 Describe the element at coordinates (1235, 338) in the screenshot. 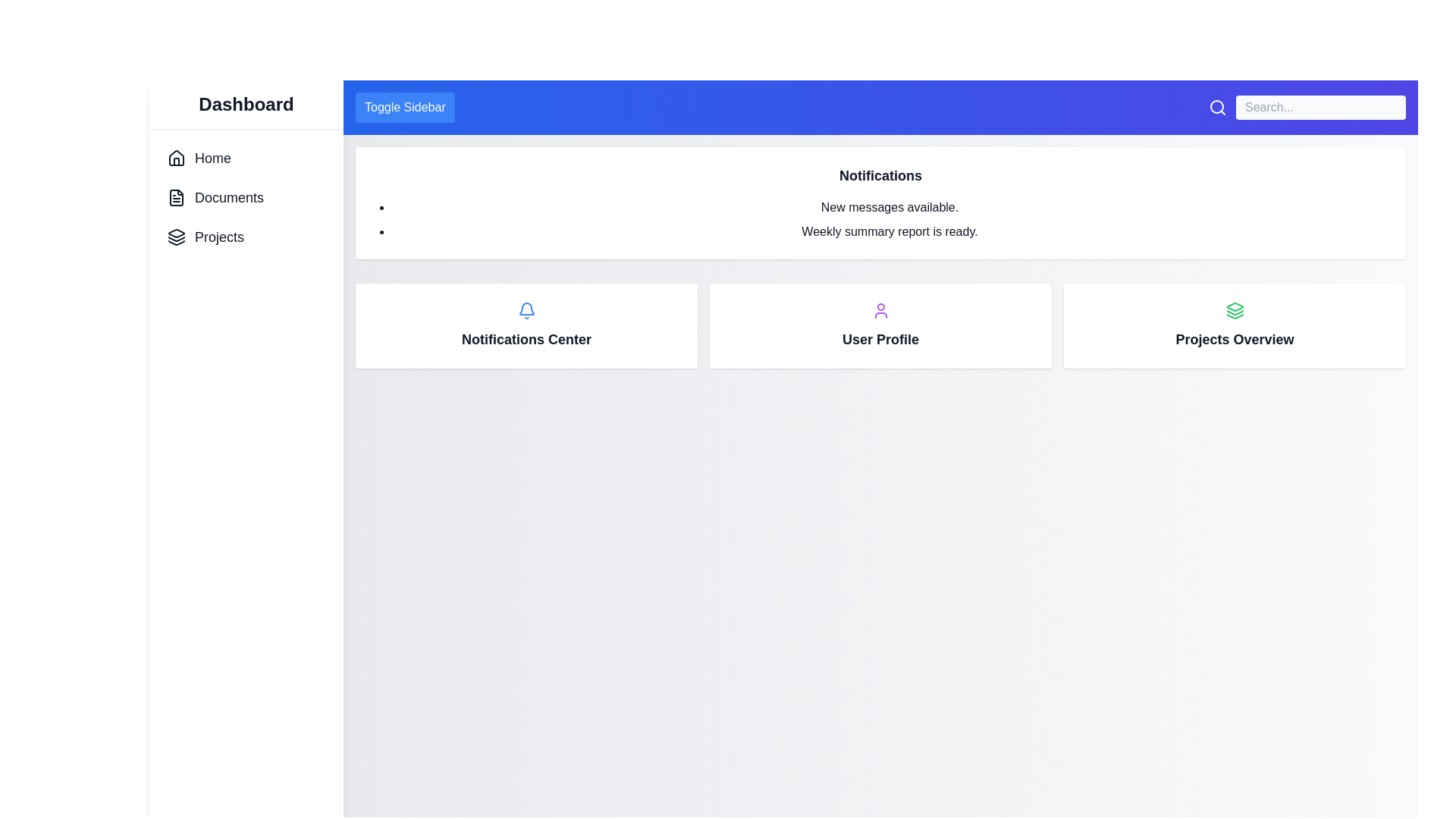

I see `the static text label that identifies the 'Projects Overview' section, located at the bottom center of the 'Projects Overview' card` at that location.